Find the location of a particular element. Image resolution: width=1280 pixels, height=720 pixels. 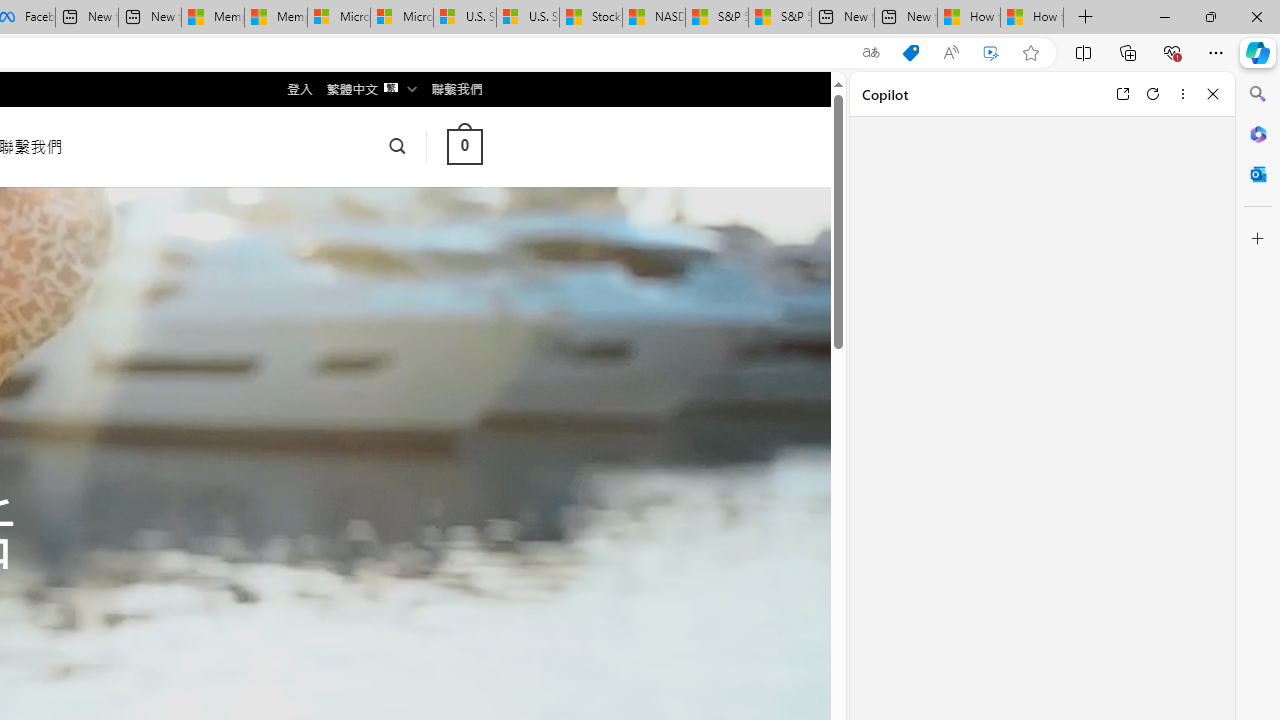

'Customize' is located at coordinates (1257, 238).